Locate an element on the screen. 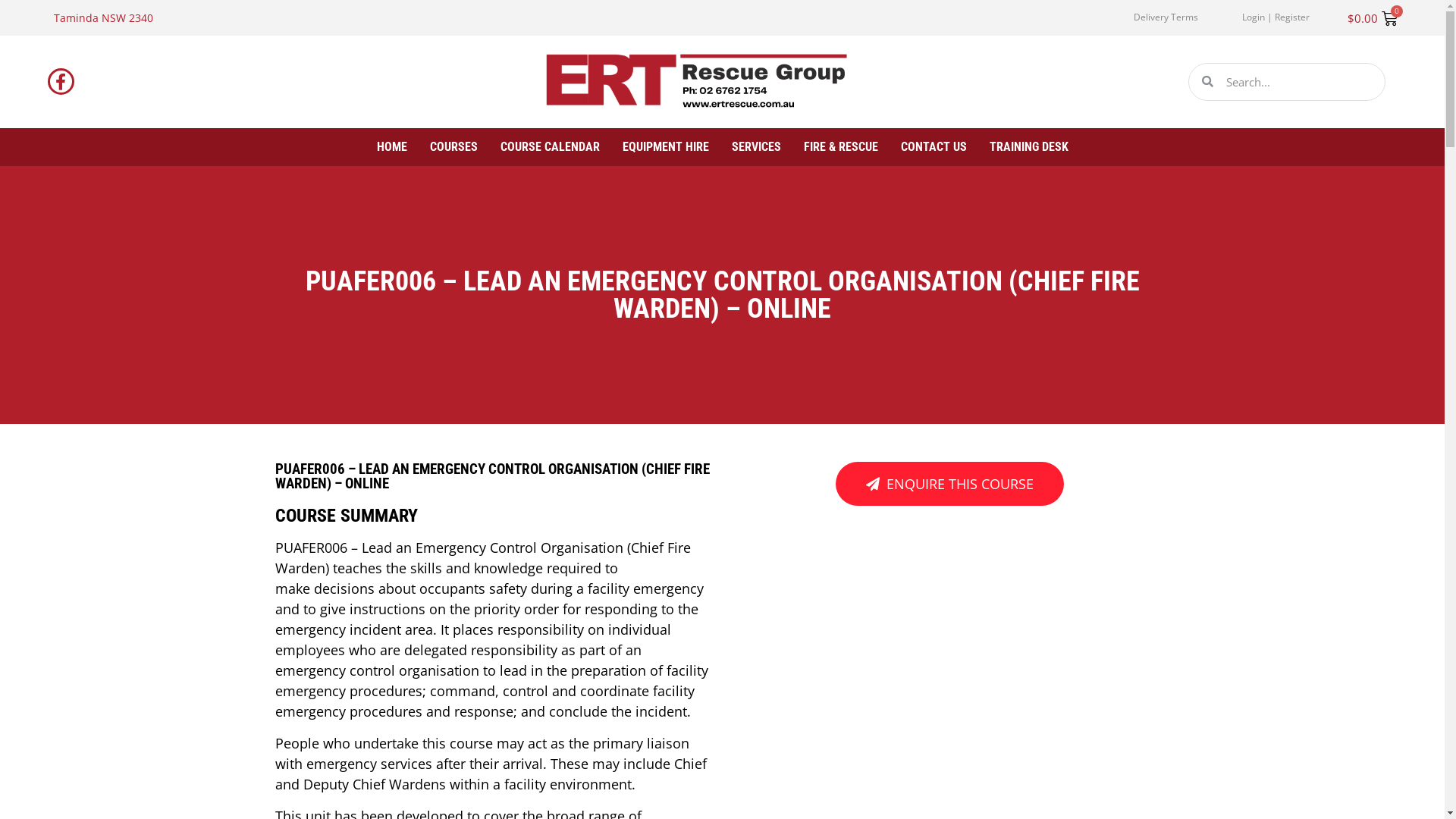 The image size is (1456, 819). 'COURSES' is located at coordinates (452, 146).